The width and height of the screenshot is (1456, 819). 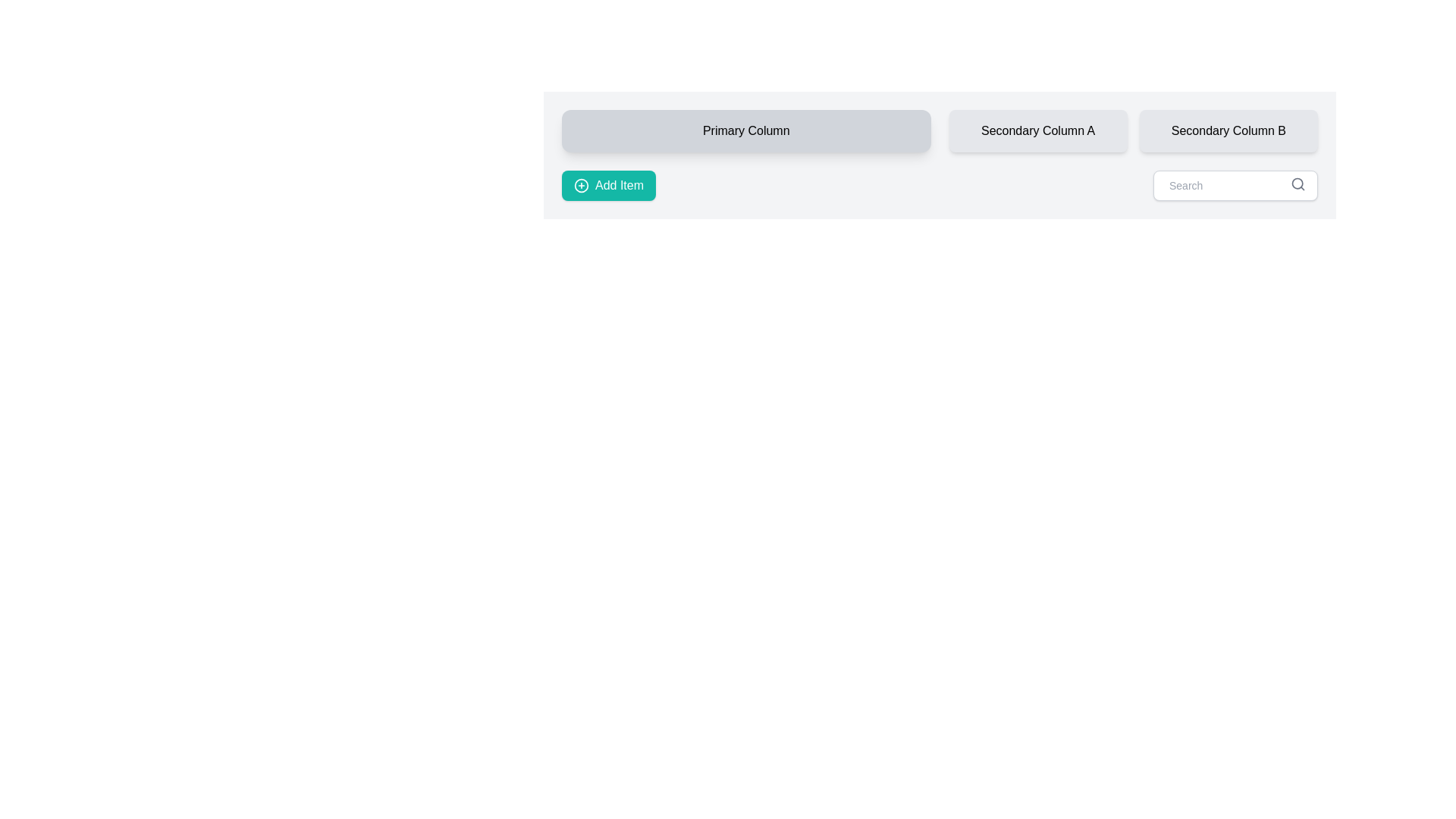 What do you see at coordinates (1298, 184) in the screenshot?
I see `the magnifying glass icon button located at the top-right corner of the search input field` at bounding box center [1298, 184].